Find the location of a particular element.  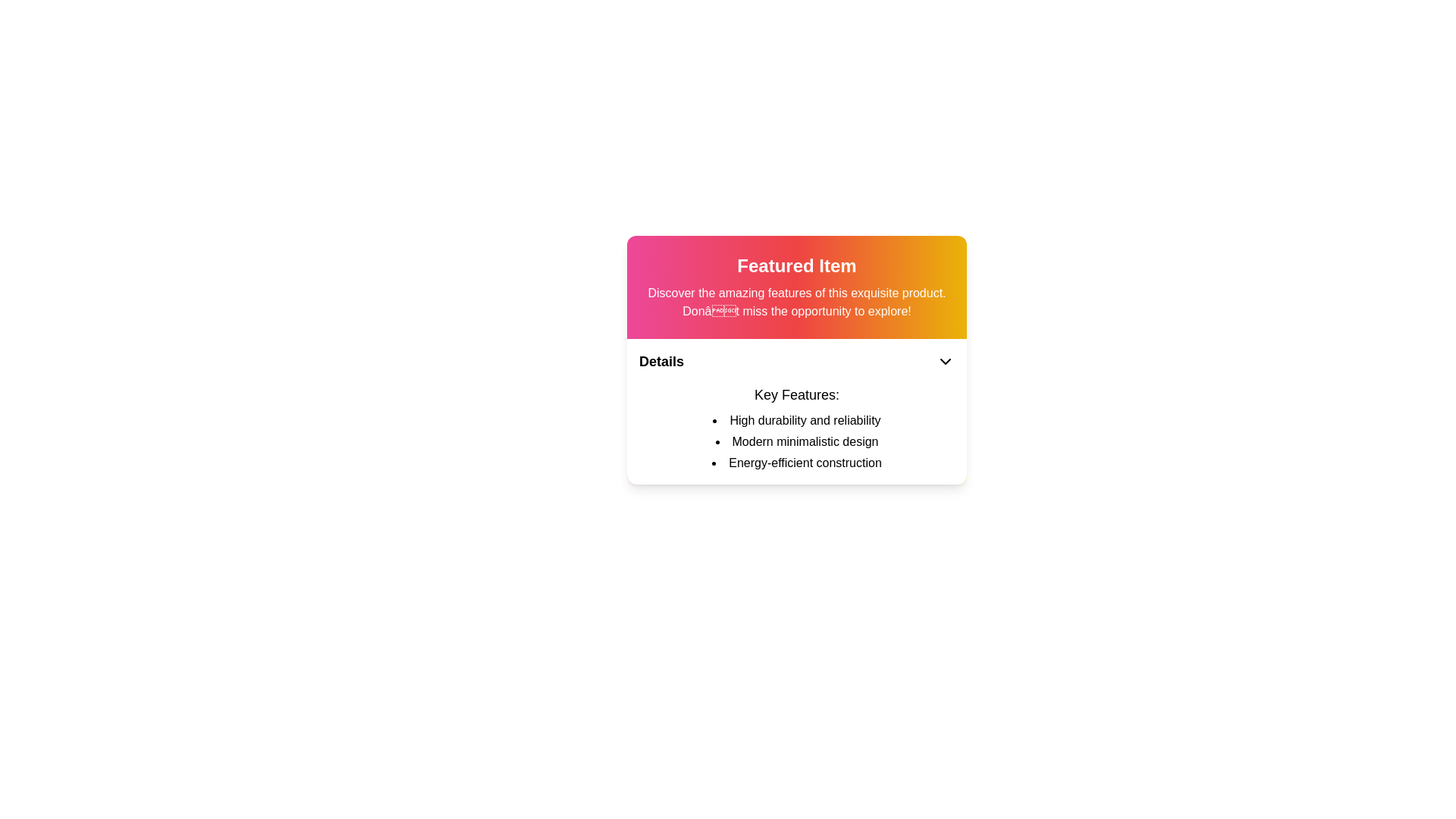

the prominent bold text 'Featured Item' displayed at the top of the section, above the descriptive text is located at coordinates (796, 265).